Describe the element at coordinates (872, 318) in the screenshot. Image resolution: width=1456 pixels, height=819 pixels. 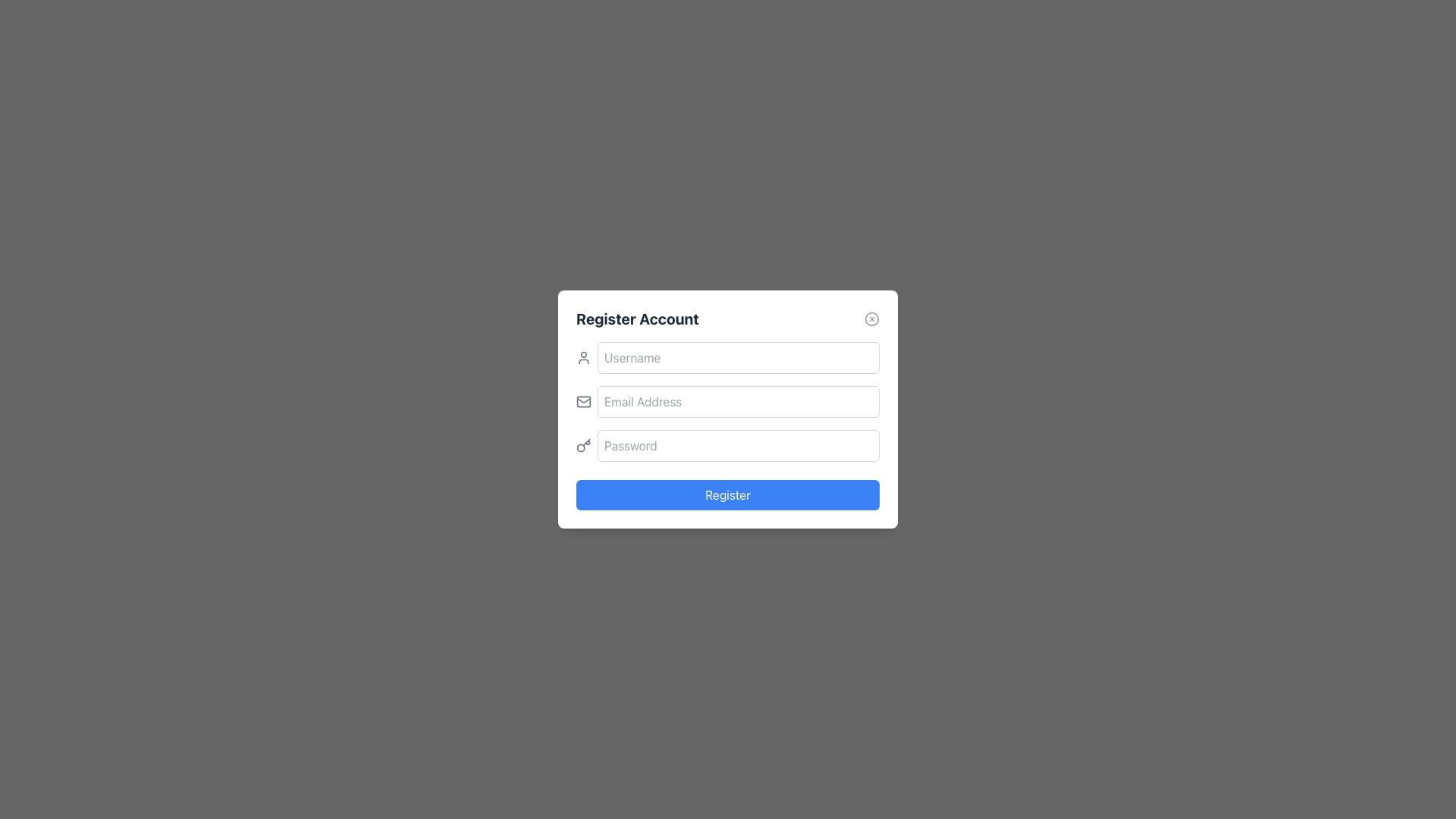
I see `the close button located at the far right of the 'Register Account' header bar` at that location.